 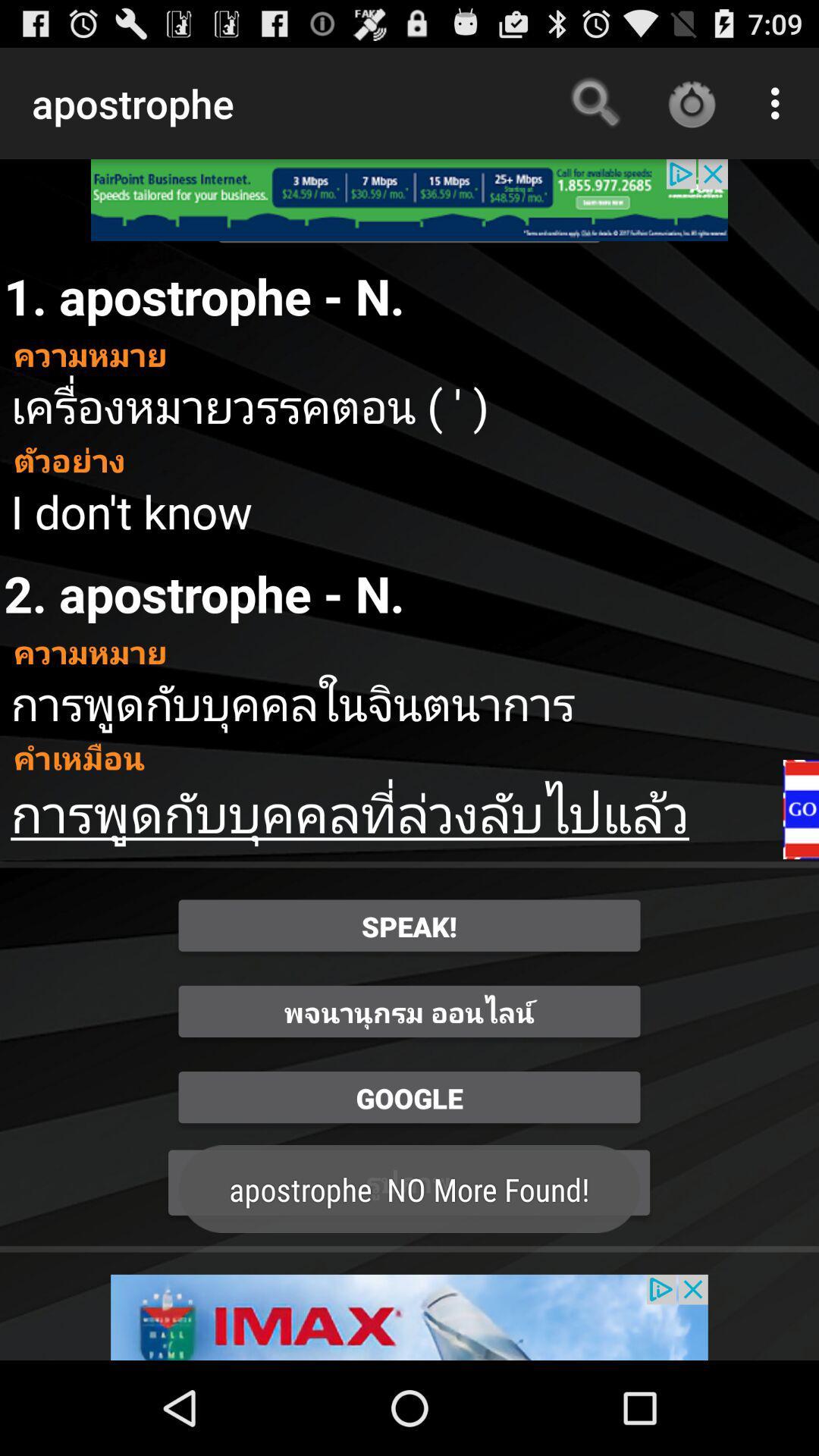 I want to click on the speak button, so click(x=409, y=924).